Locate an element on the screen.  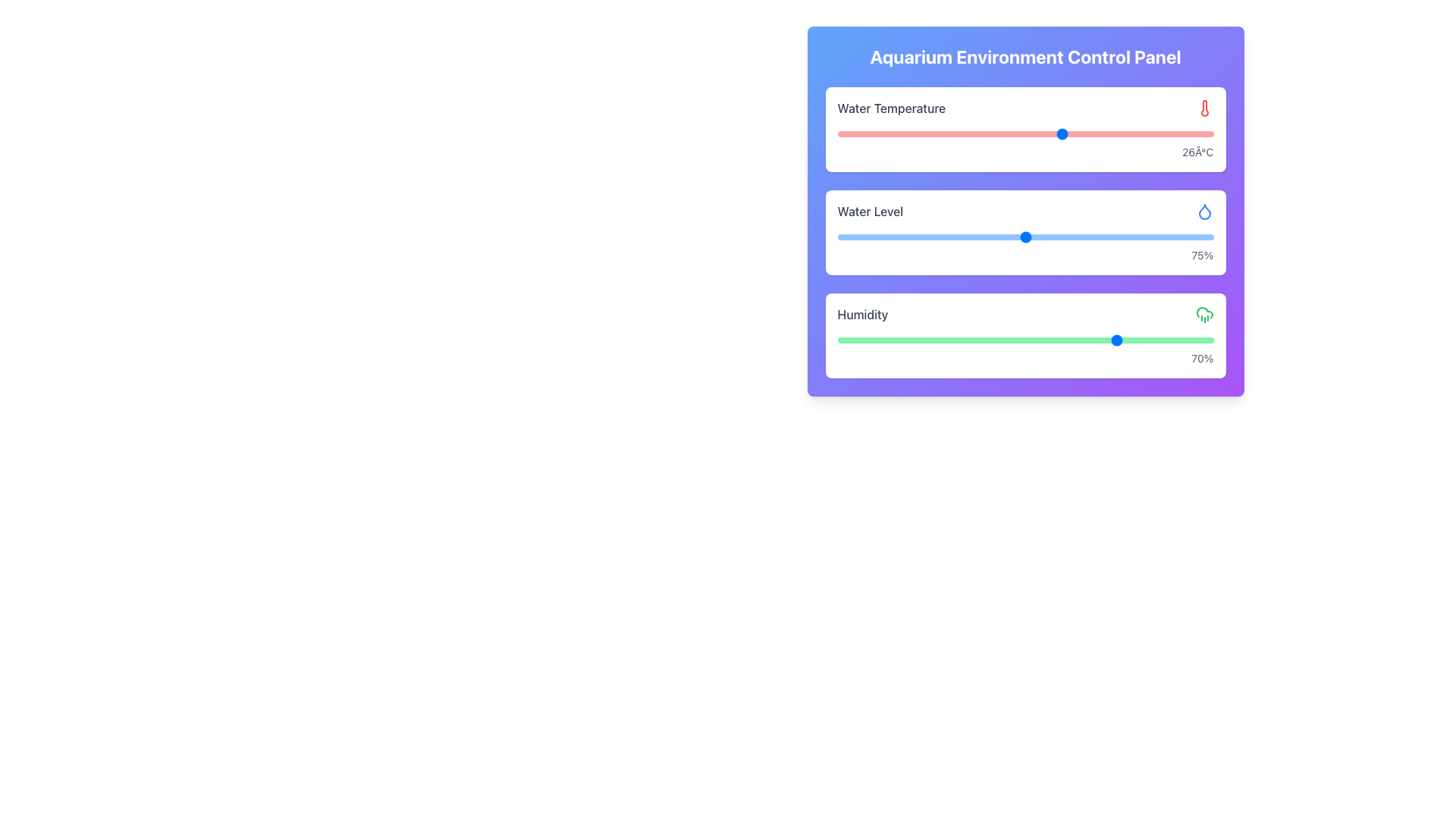
the water droplet icon with a blue outline, located to the right of the 'Water Level' bar and adjacent to the numerical percentage value is located at coordinates (1203, 211).